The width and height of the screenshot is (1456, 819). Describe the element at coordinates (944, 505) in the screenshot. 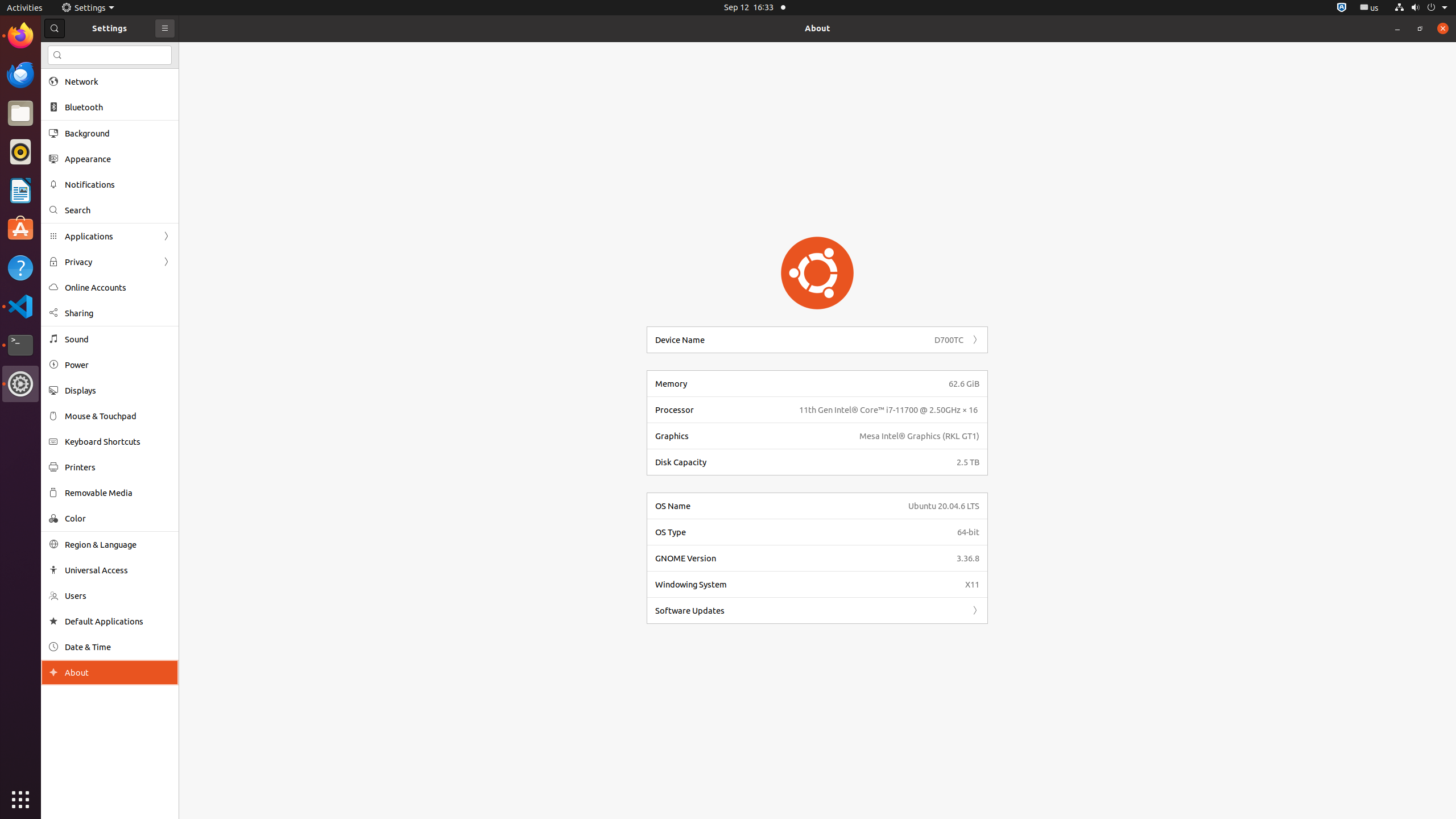

I see `'Ubuntu 20.04.6 LTS'` at that location.